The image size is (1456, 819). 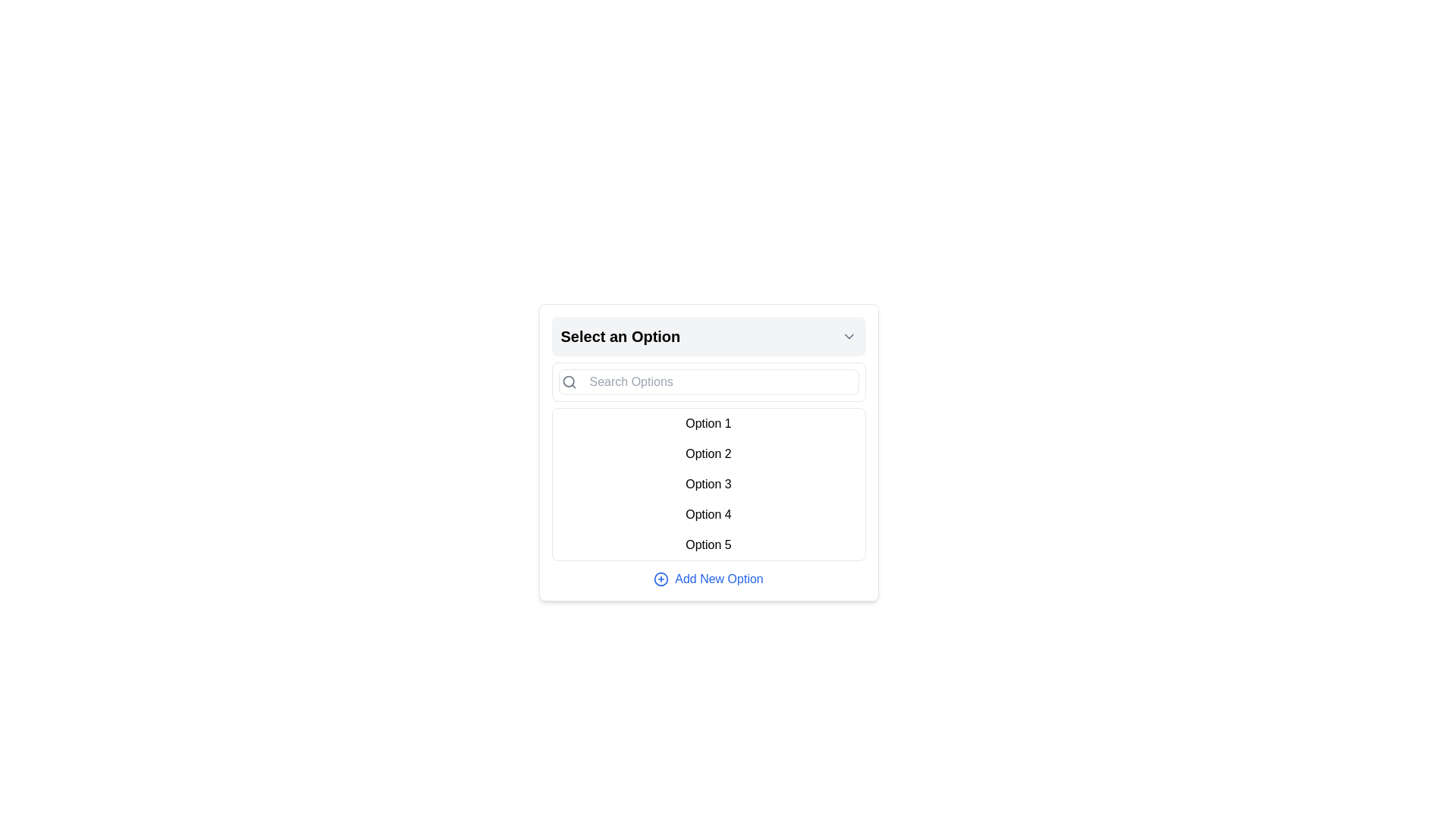 I want to click on the second static list item in the dropdown or list interface, which is located directly below 'Option 1' and above 'Option 3', so click(x=708, y=453).